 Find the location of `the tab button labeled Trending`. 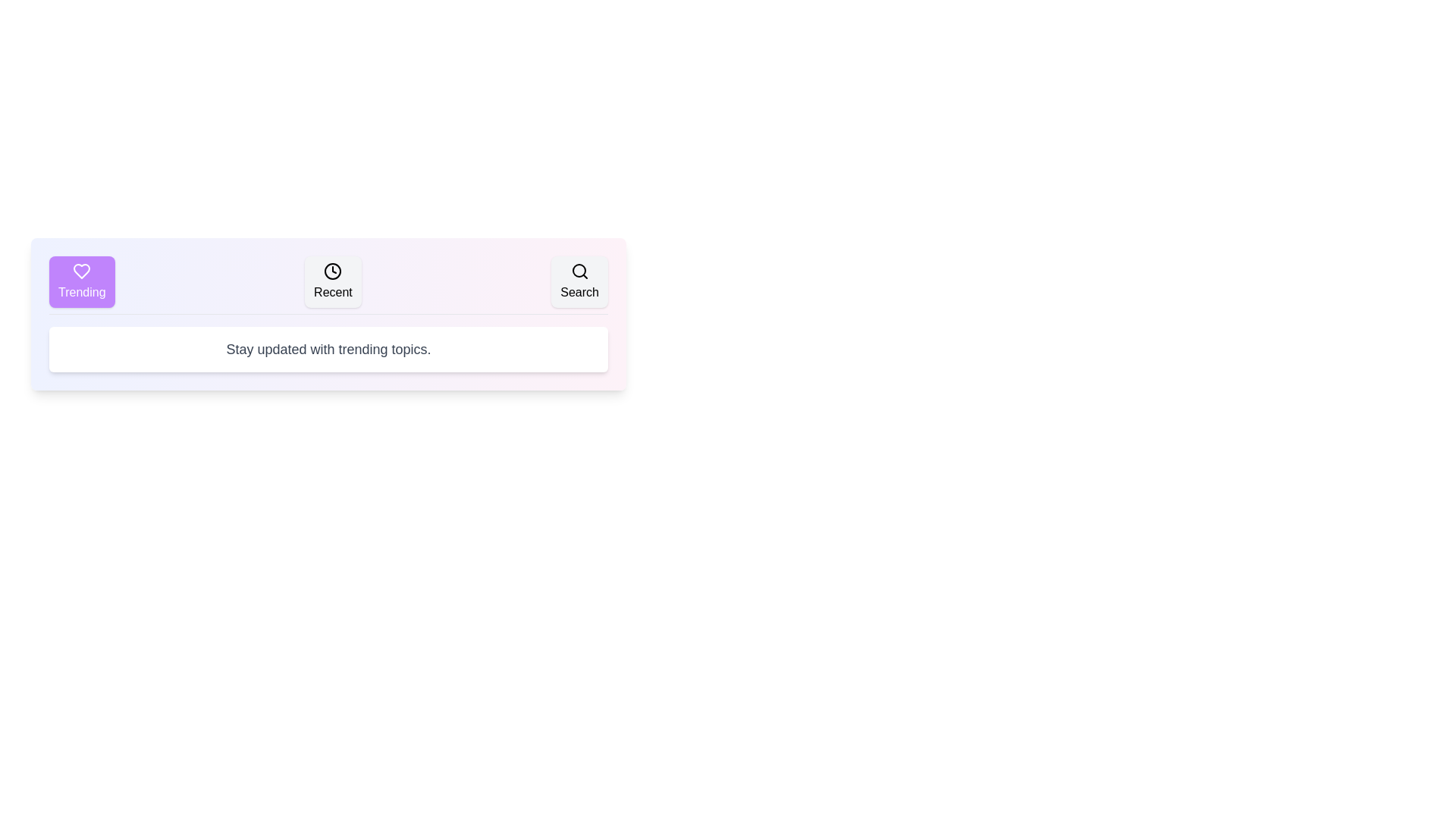

the tab button labeled Trending is located at coordinates (81, 281).